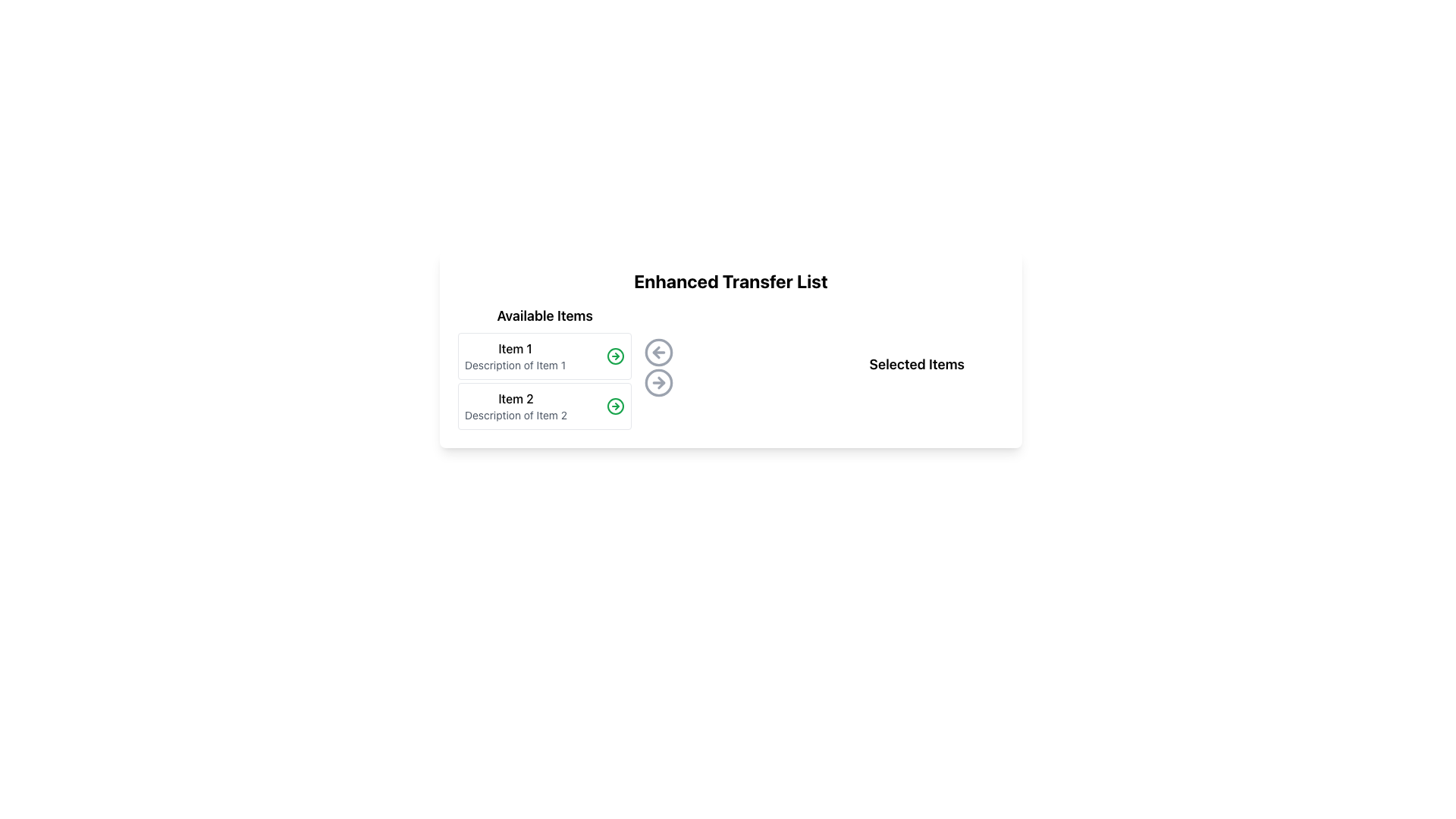 This screenshot has width=1456, height=819. Describe the element at coordinates (659, 353) in the screenshot. I see `the circular border element which is part of the navigational button for moving items between 'Available Items' and 'Selected Items', located below the 'Enhanced Transfer List' heading` at that location.